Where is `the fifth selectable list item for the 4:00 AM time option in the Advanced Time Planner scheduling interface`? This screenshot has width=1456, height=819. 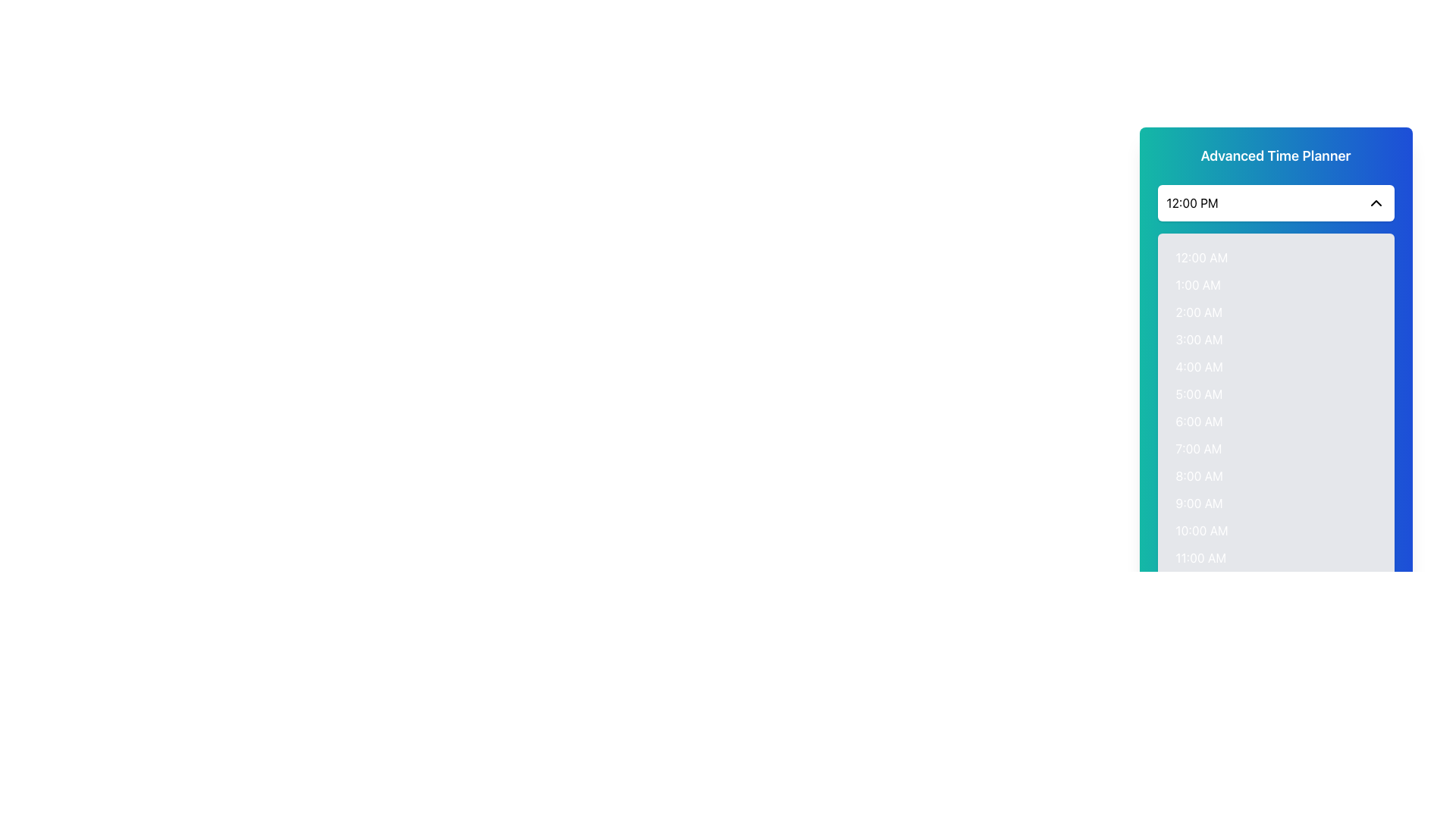
the fifth selectable list item for the 4:00 AM time option in the Advanced Time Planner scheduling interface is located at coordinates (1275, 366).